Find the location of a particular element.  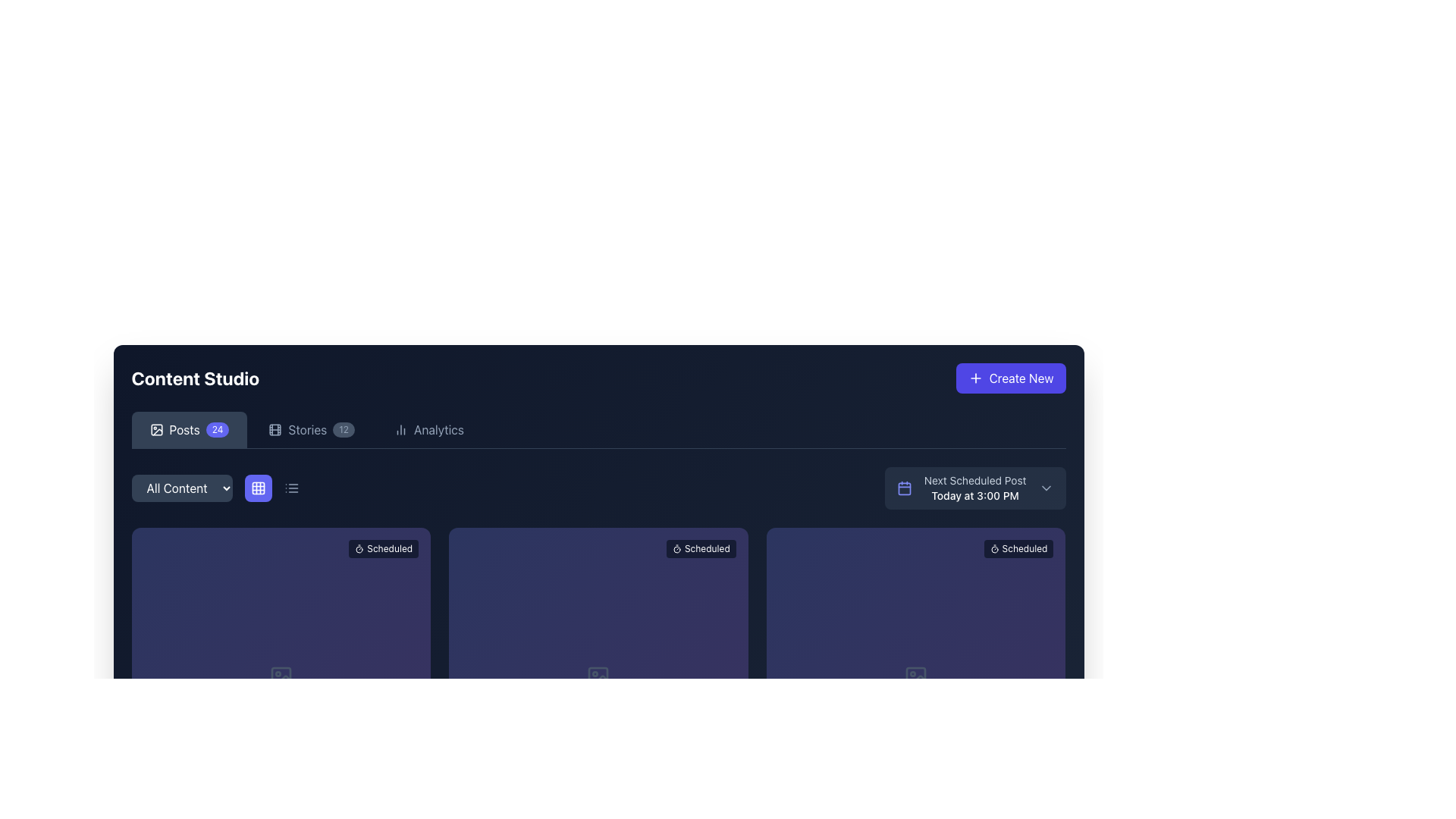

the badge that indicates the count of posts, which is located to the right of the 'Posts' label in the top-left section of the interface is located at coordinates (217, 430).